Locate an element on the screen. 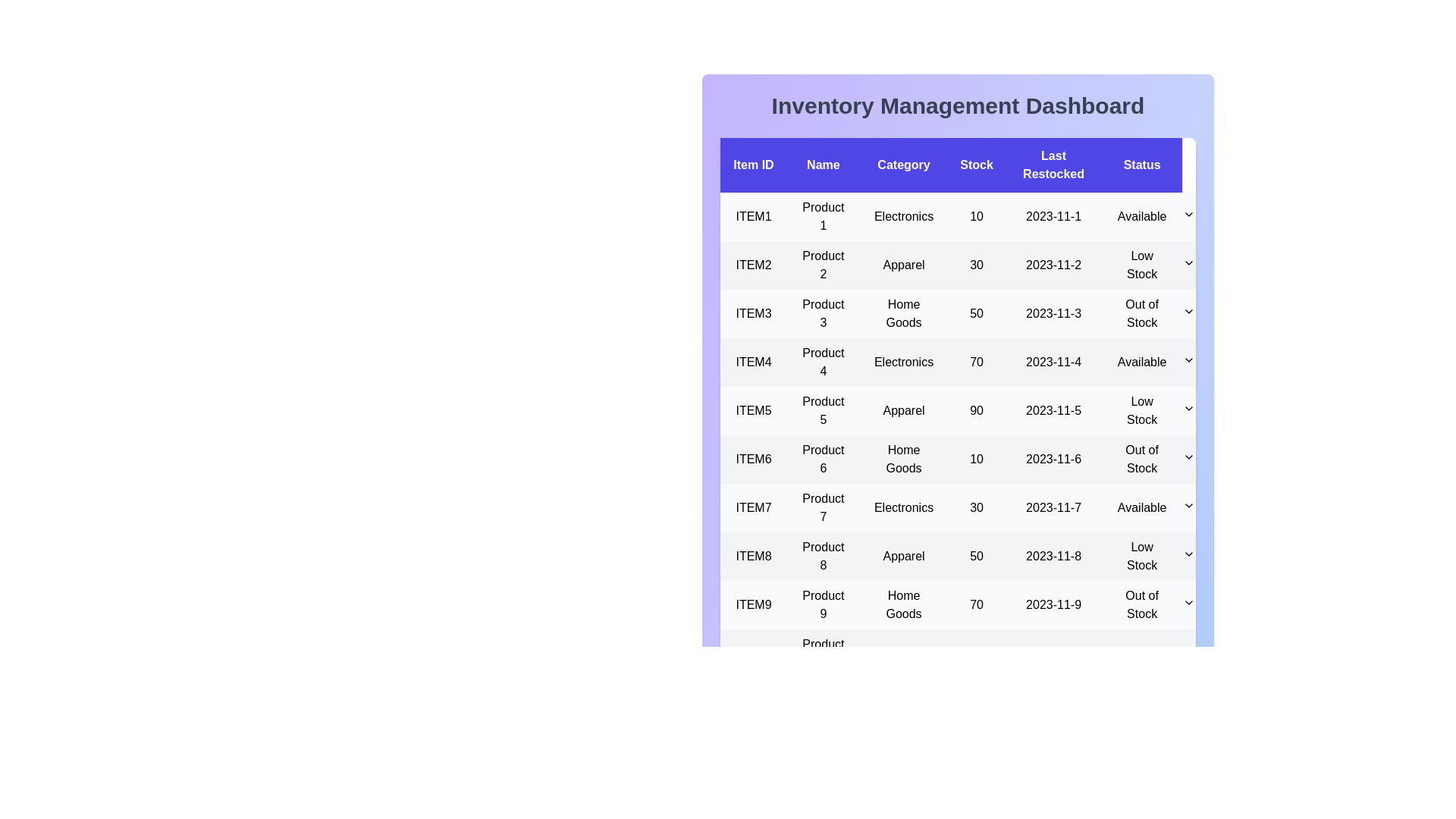  the column header Item ID to sort the data by that column is located at coordinates (753, 165).